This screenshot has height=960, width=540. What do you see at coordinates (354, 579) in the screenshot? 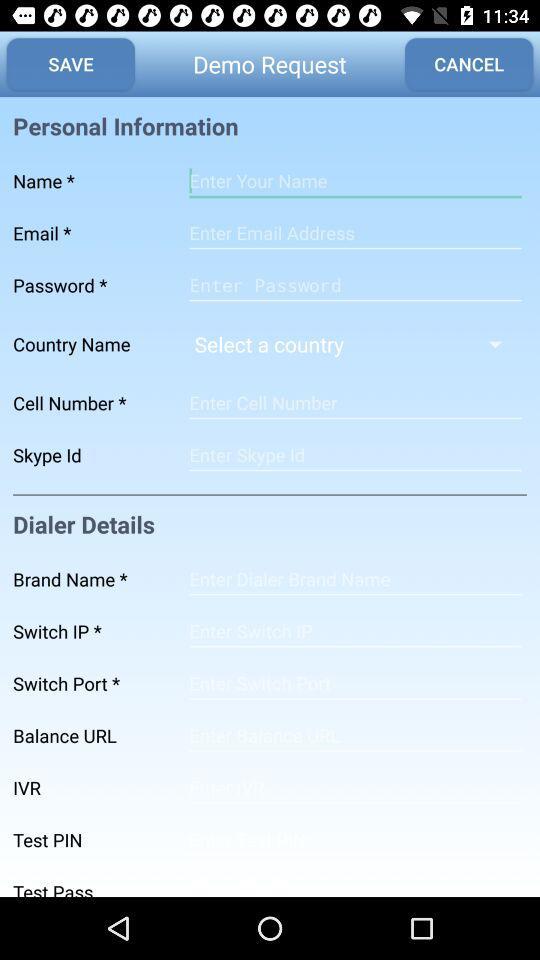
I see `address page` at bounding box center [354, 579].